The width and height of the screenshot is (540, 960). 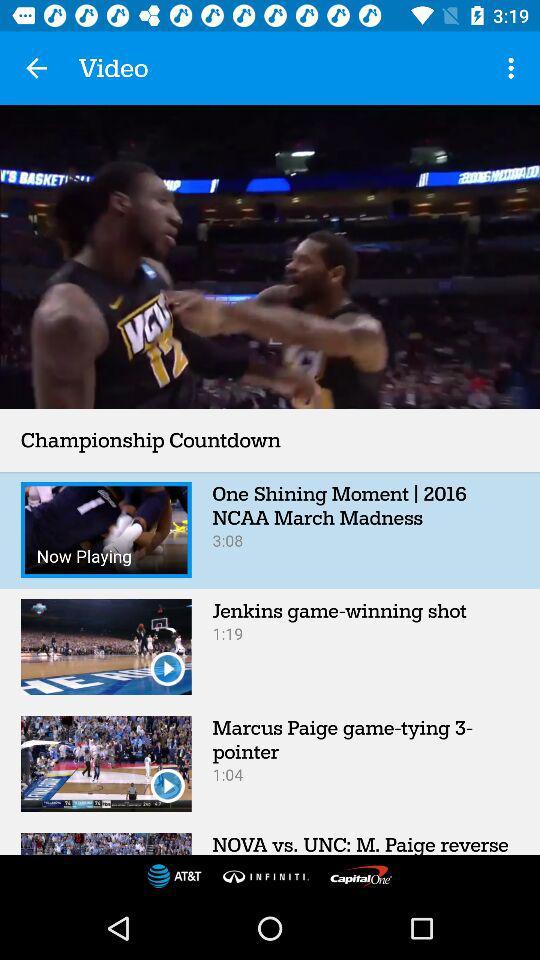 I want to click on app next to video icon, so click(x=36, y=68).